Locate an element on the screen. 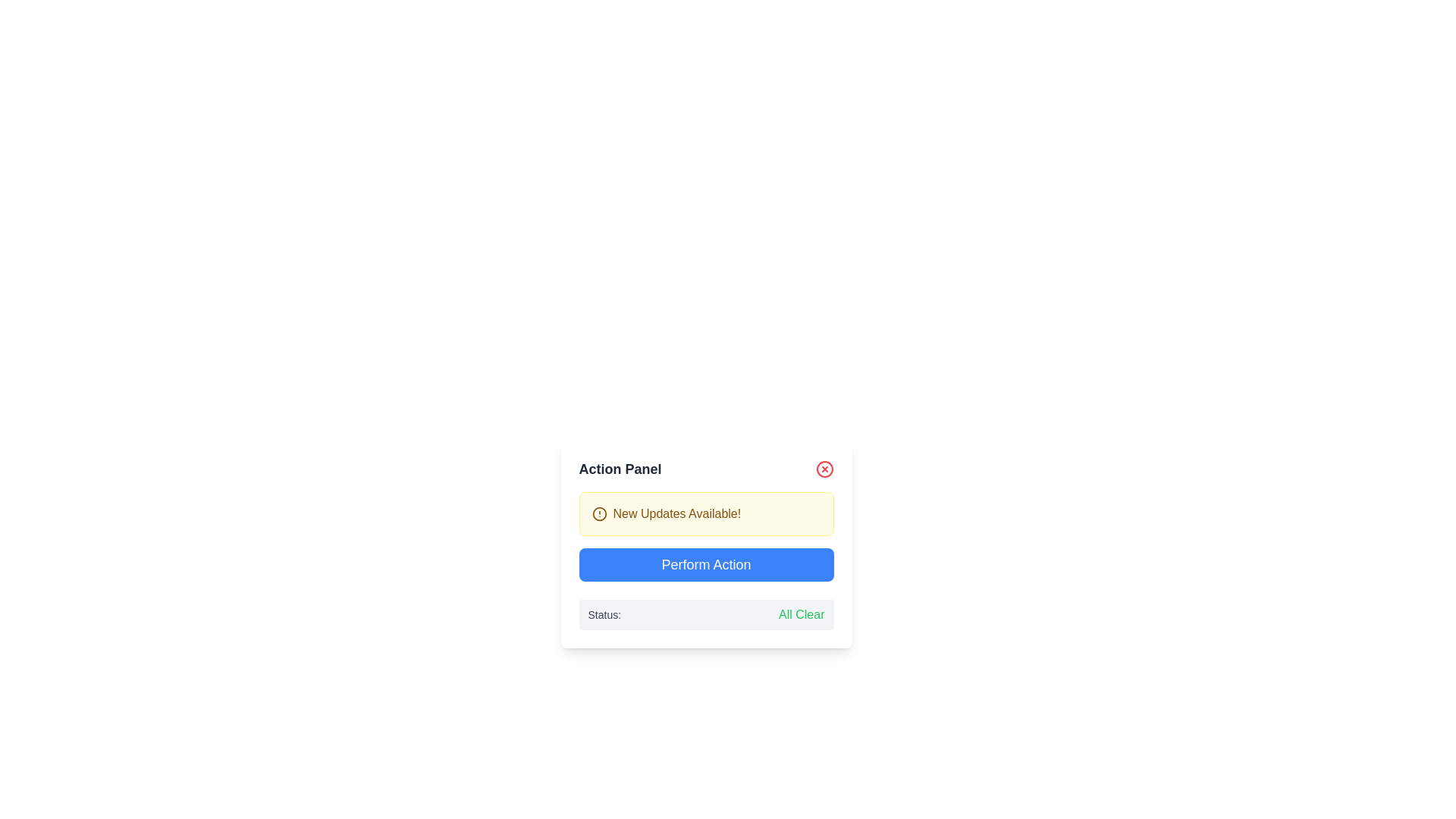 The image size is (1456, 819). the 'Perform Action' button located within the 'Action Panel', which has a white background and a title stating 'Action Panel' is located at coordinates (705, 543).